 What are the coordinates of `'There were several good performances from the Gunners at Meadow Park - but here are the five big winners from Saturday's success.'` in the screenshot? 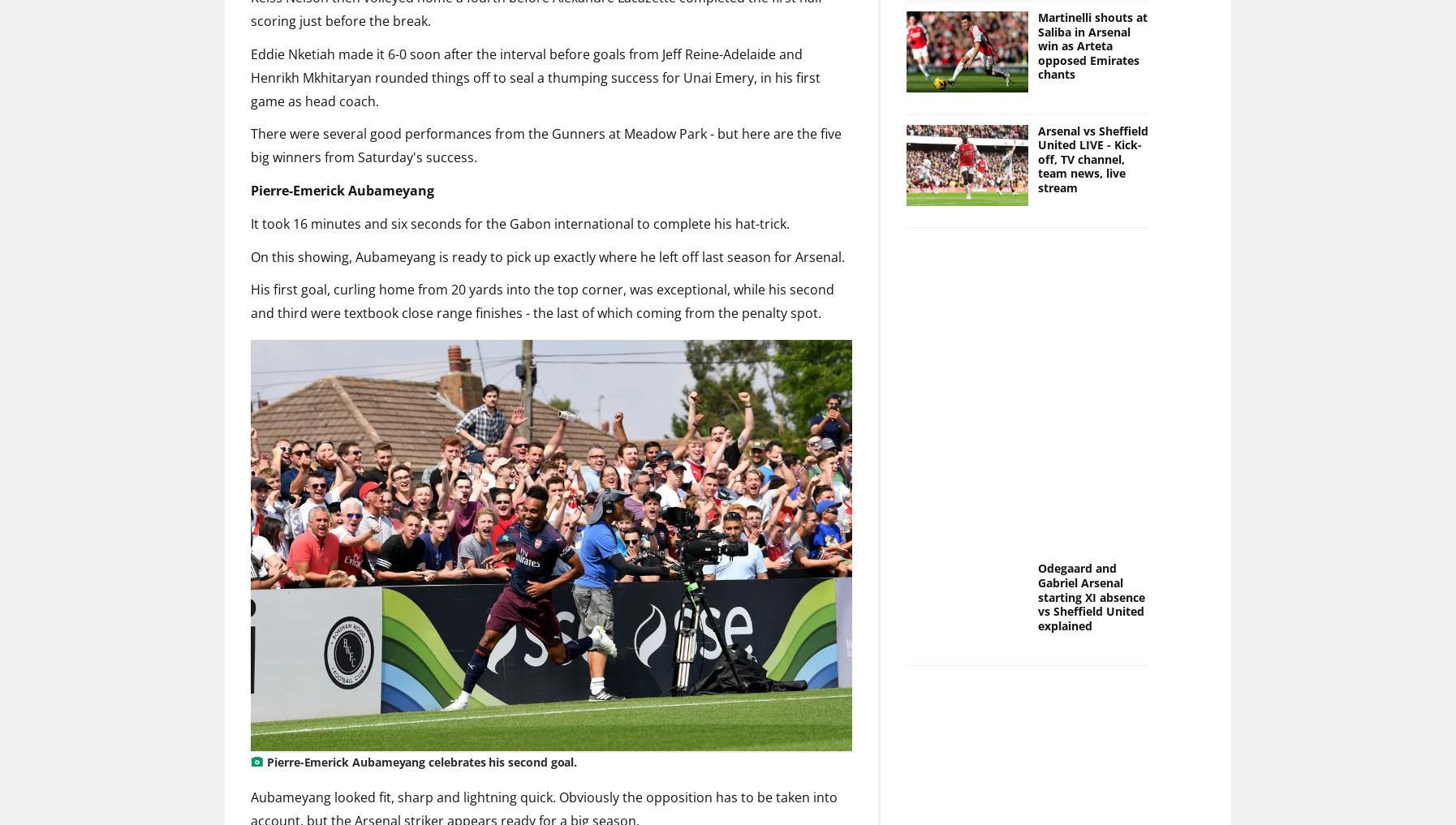 It's located at (545, 145).